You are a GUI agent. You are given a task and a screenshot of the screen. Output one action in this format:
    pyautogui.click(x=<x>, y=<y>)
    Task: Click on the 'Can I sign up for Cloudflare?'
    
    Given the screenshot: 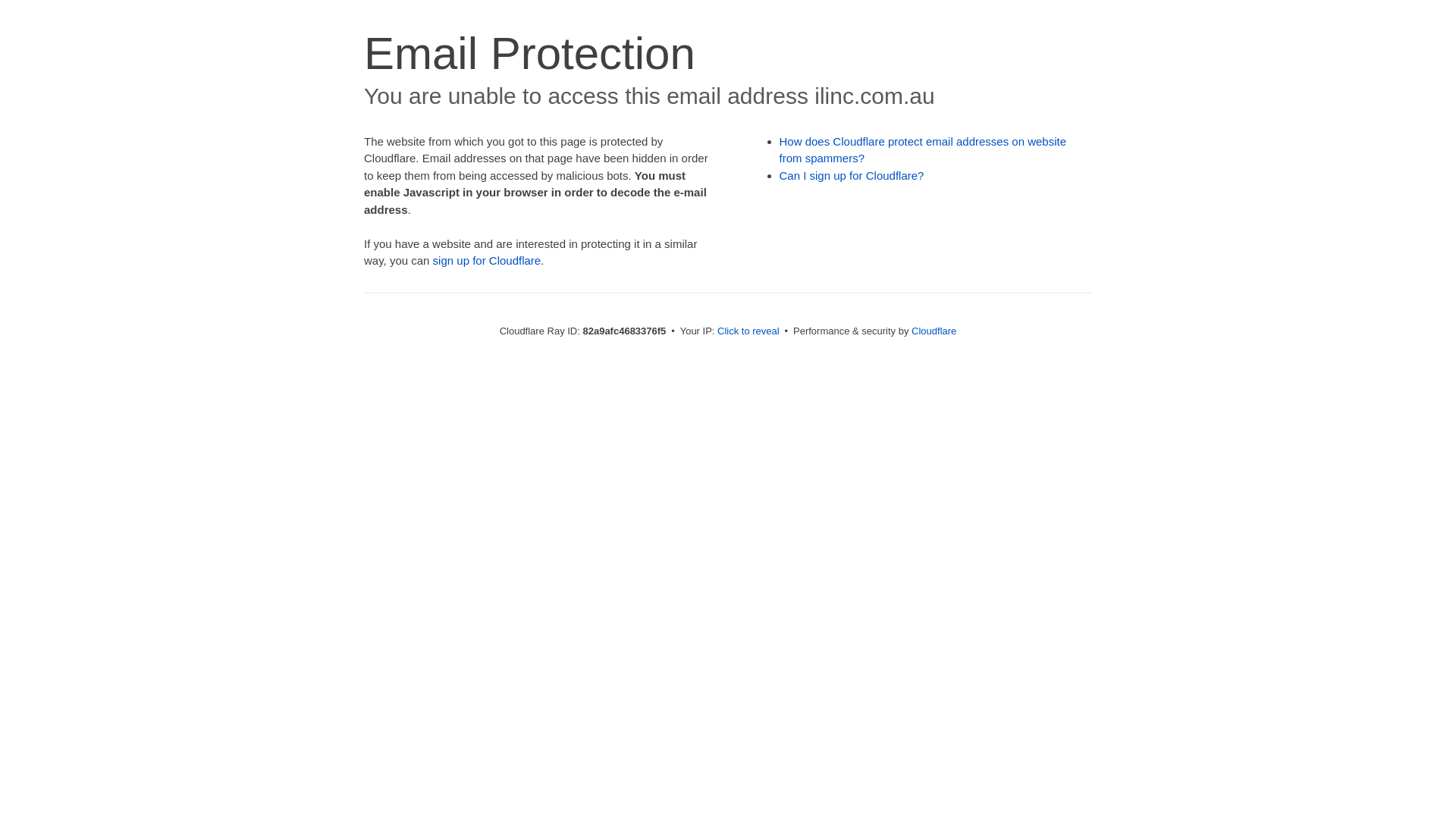 What is the action you would take?
    pyautogui.click(x=852, y=174)
    